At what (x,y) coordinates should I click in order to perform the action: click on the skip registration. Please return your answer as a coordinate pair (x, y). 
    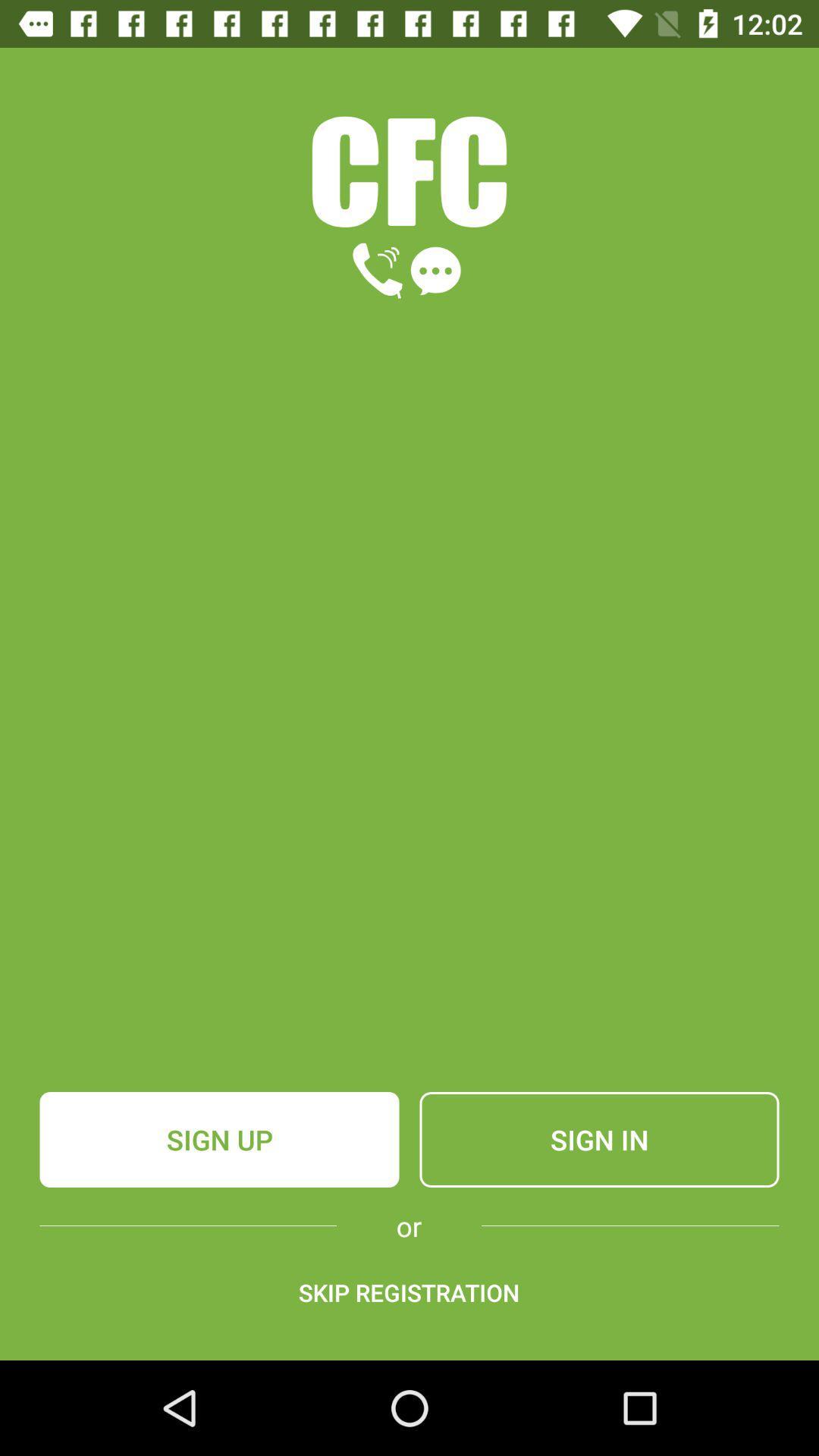
    Looking at the image, I should click on (408, 1291).